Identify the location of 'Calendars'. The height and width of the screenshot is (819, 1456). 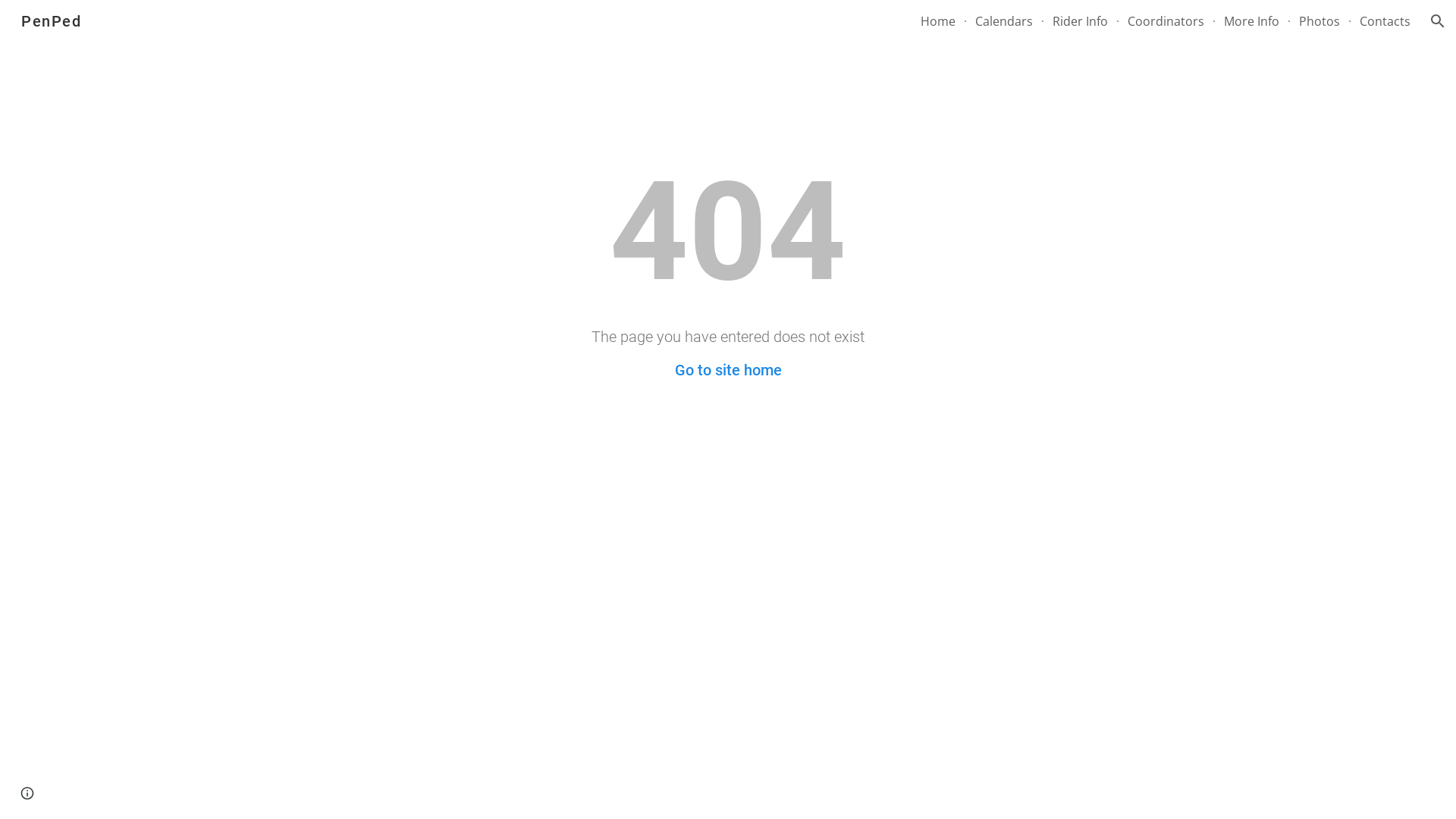
(1004, 20).